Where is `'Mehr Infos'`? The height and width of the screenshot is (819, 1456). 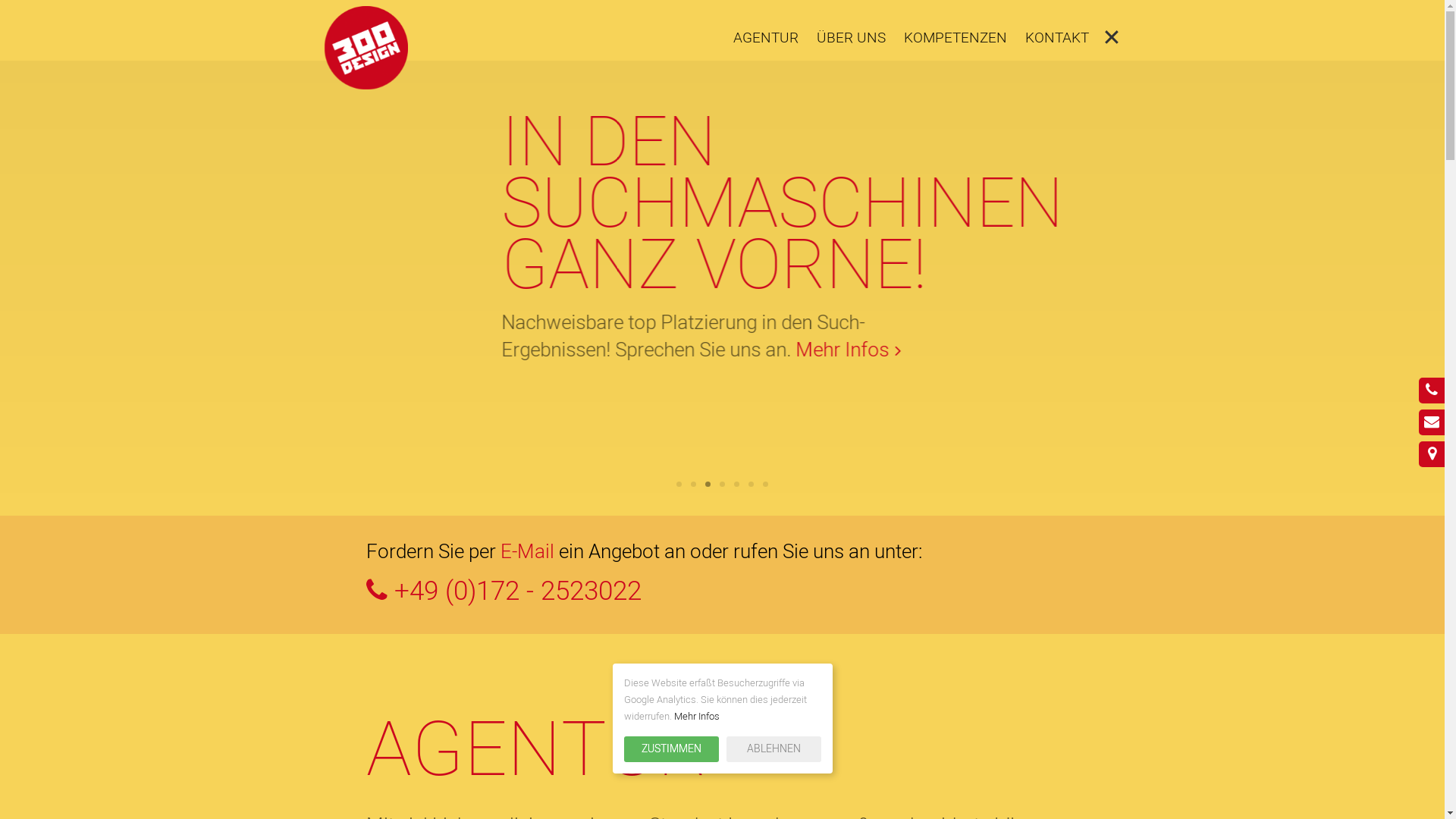 'Mehr Infos' is located at coordinates (618, 412).